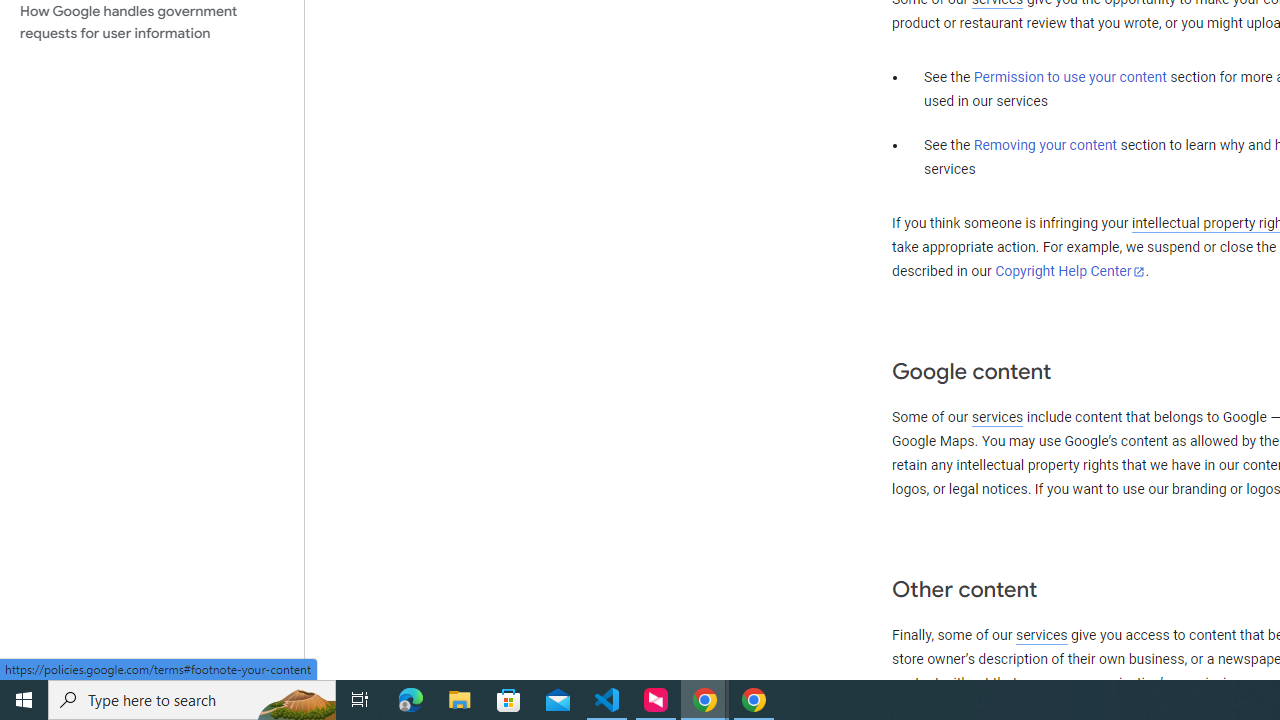  Describe the element at coordinates (1044, 144) in the screenshot. I see `'Removing your content'` at that location.